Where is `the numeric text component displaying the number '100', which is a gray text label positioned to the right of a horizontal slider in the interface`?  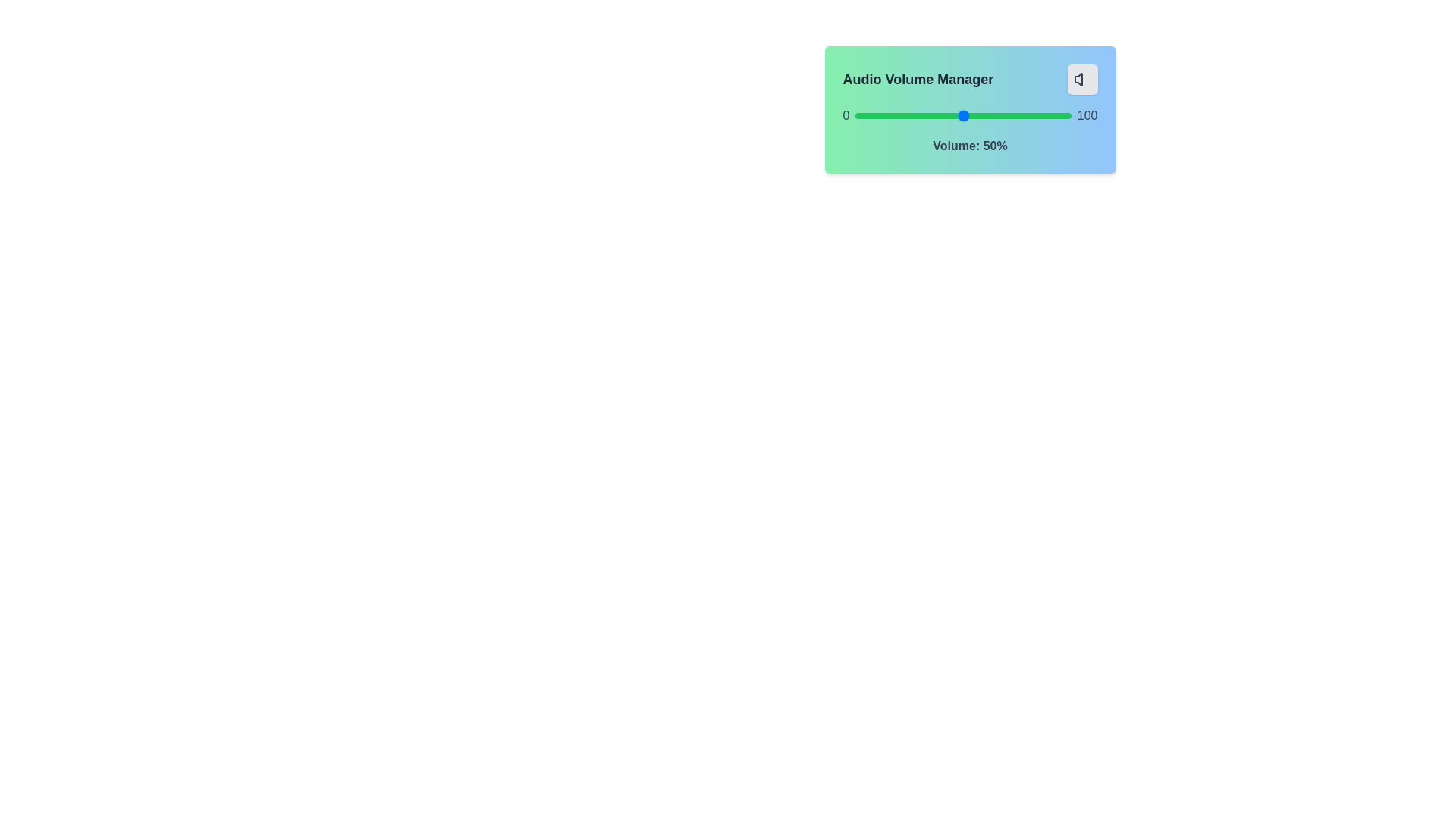 the numeric text component displaying the number '100', which is a gray text label positioned to the right of a horizontal slider in the interface is located at coordinates (1087, 115).